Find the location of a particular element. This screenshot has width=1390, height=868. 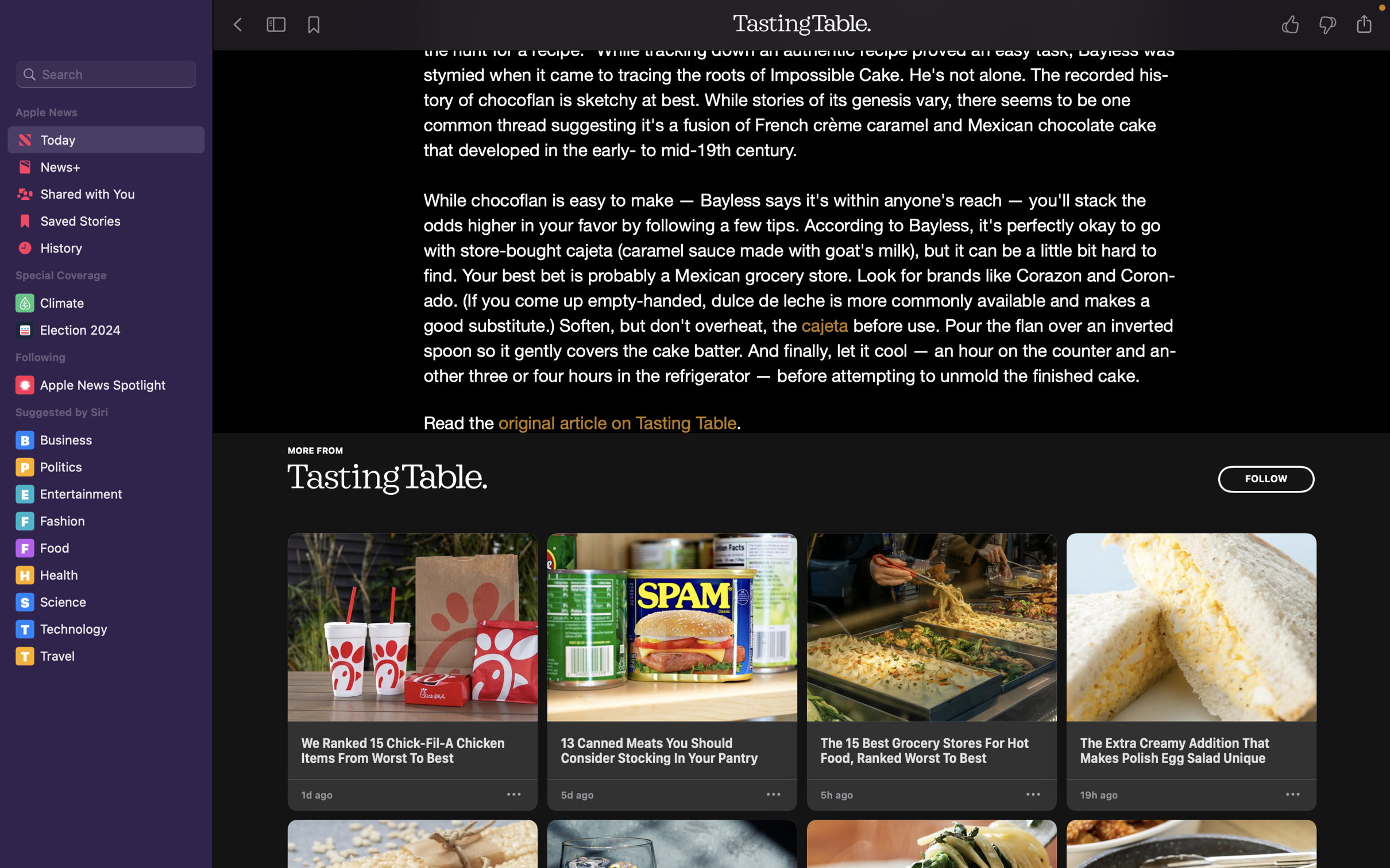

Interact with the options of the third news item listed at Tasting Table is located at coordinates (1032, 795).